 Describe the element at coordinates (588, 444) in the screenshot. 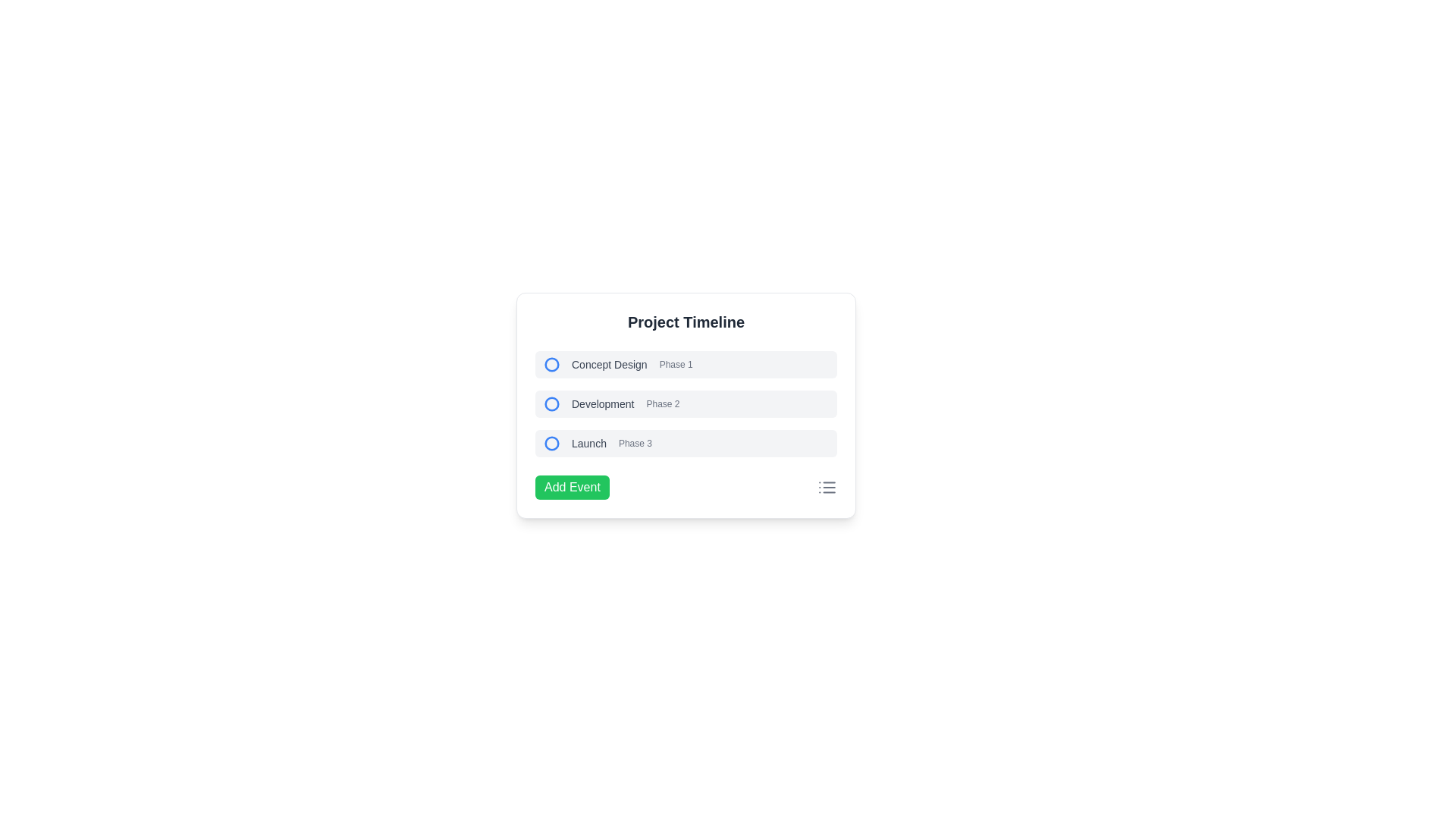

I see `the static text element that serves as a descriptor for 'Launch Phase 3', located in the third position of a vertical list, next to a blue circular icon and above a smaller text stating 'Phase 3'` at that location.